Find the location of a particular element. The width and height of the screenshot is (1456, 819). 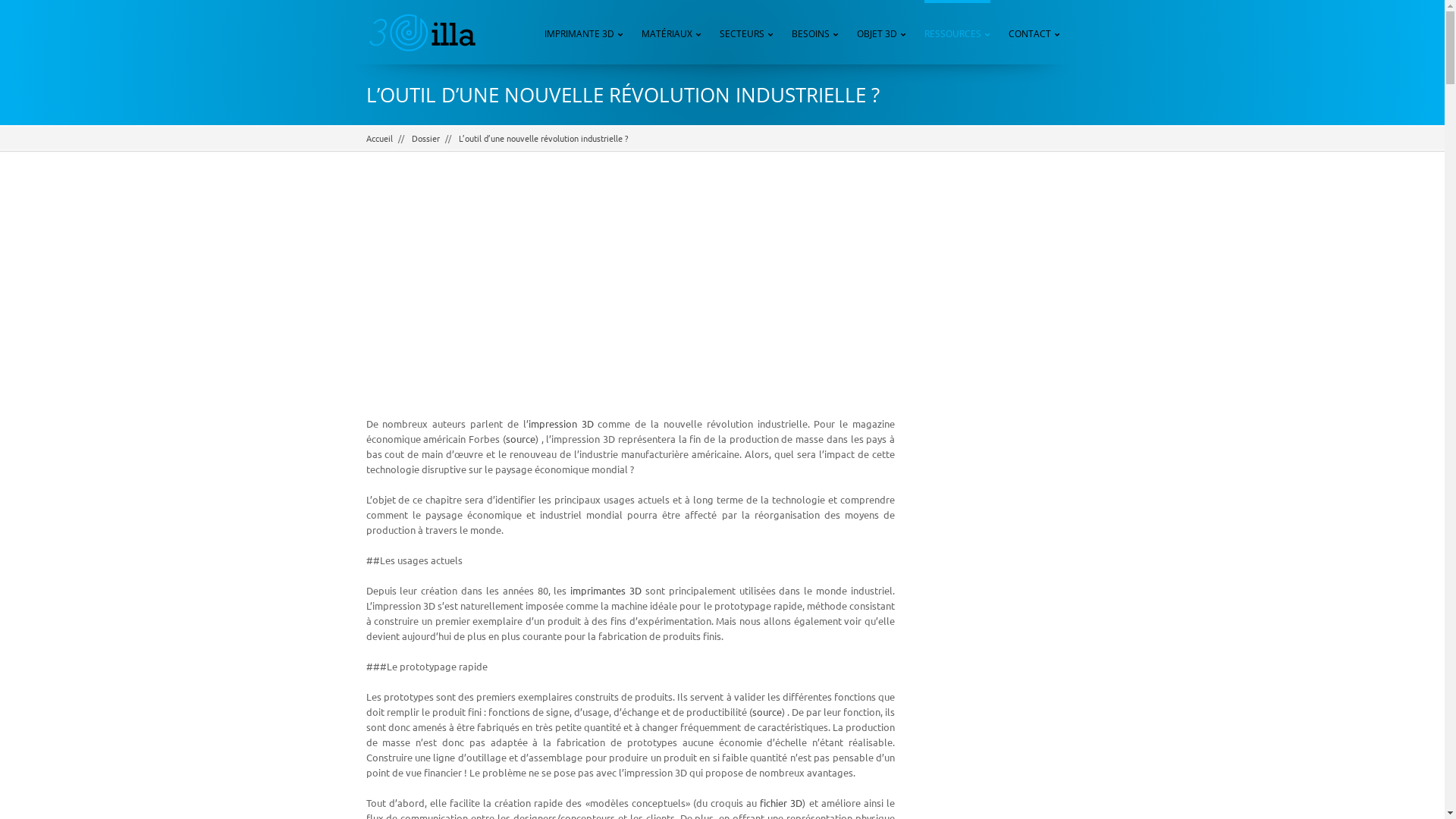

'Accueil' is located at coordinates (365, 137).